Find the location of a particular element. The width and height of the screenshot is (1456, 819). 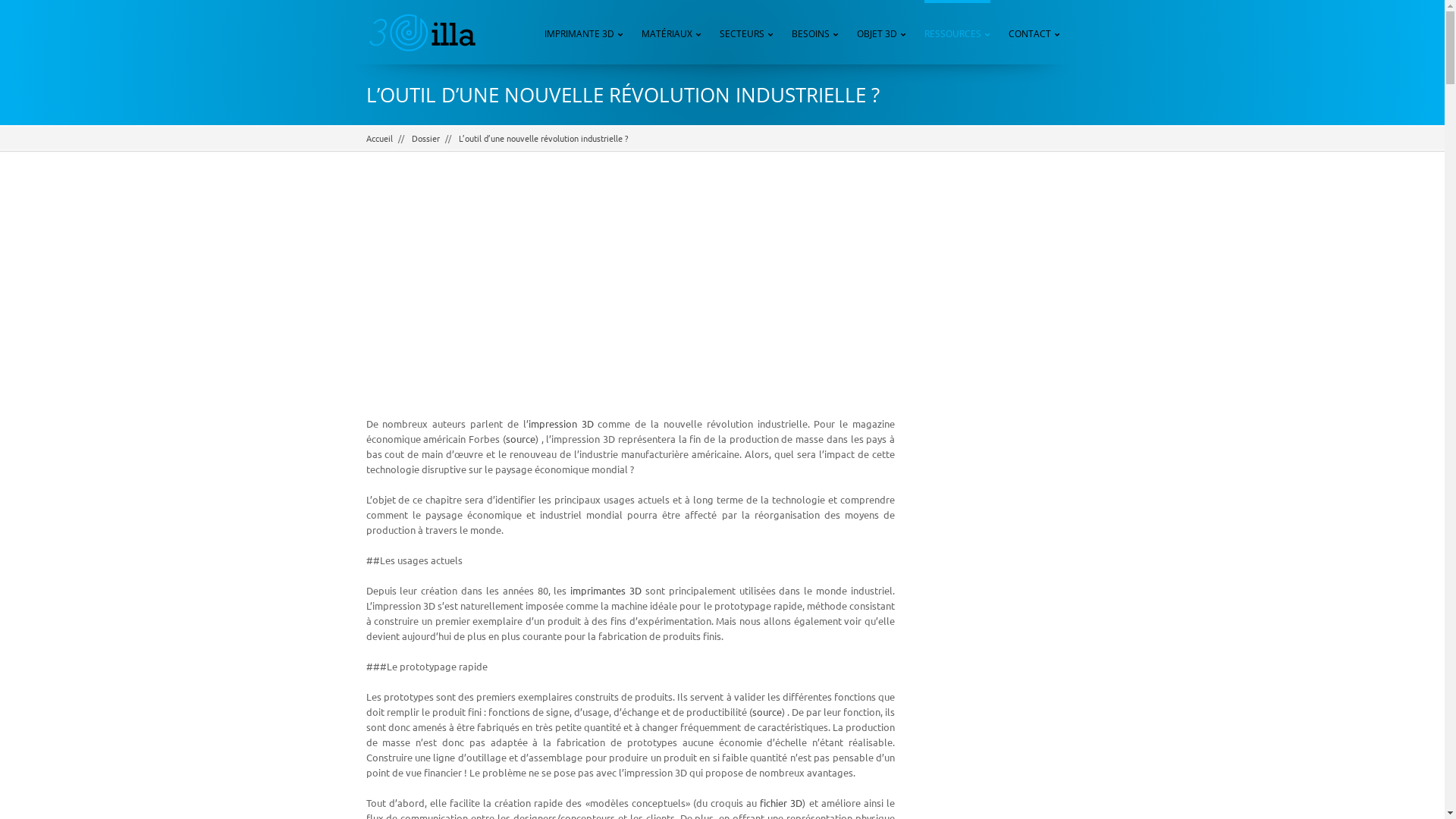

'Accueil' is located at coordinates (365, 137).